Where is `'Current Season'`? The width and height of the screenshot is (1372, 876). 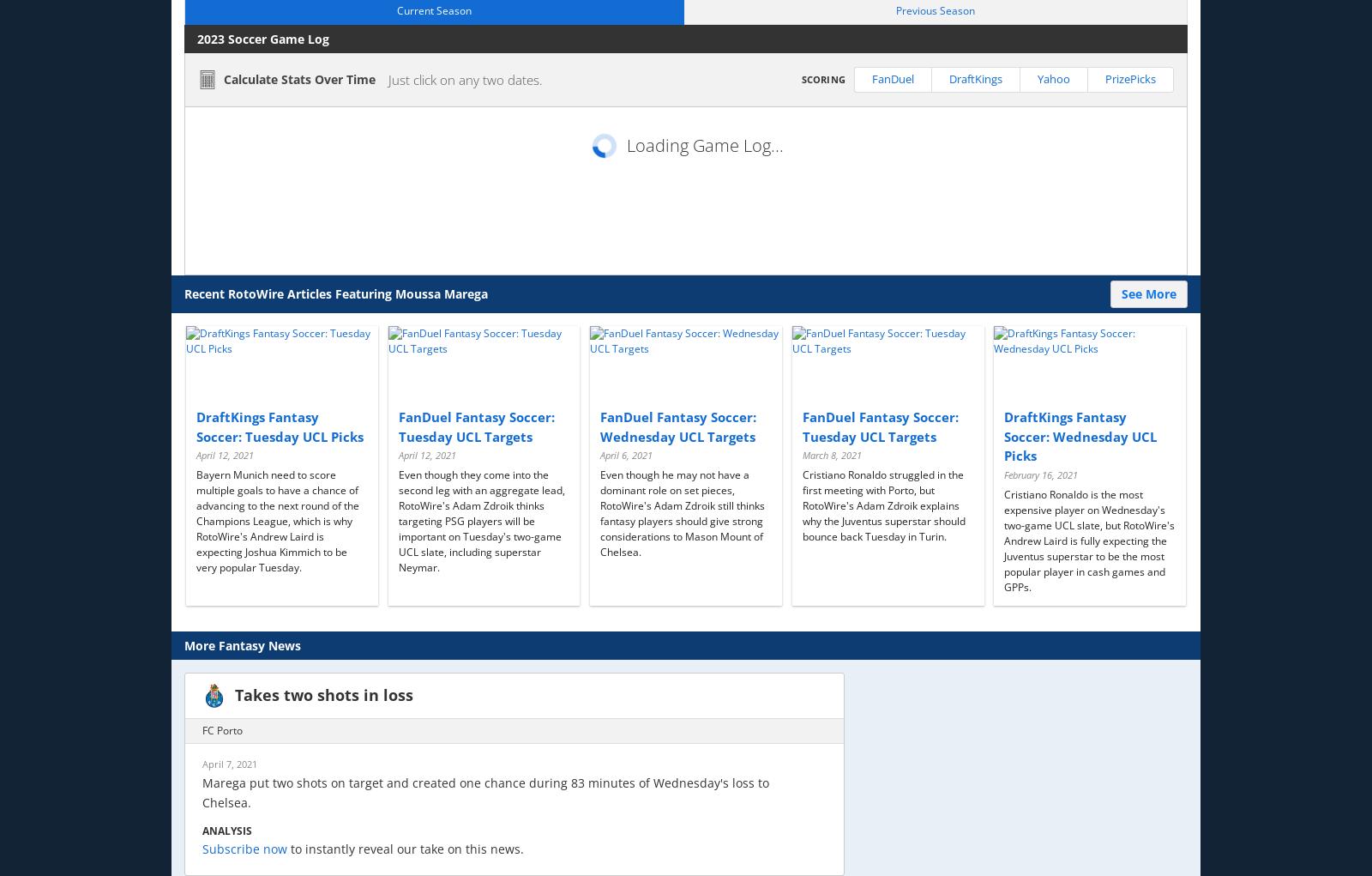
'Current Season' is located at coordinates (433, 9).